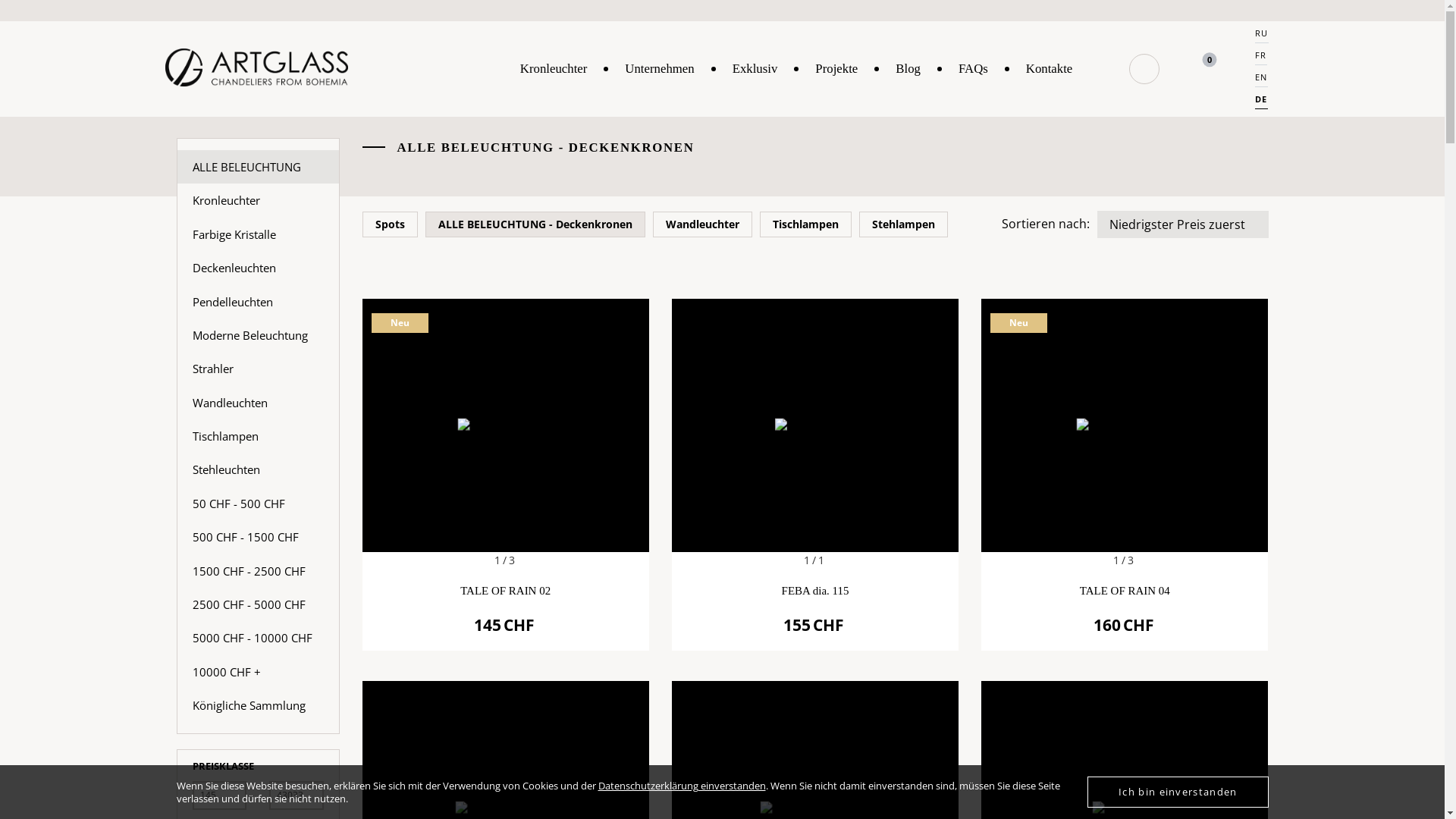 The width and height of the screenshot is (1456, 819). I want to click on 'Farbige Kristalle', so click(258, 234).